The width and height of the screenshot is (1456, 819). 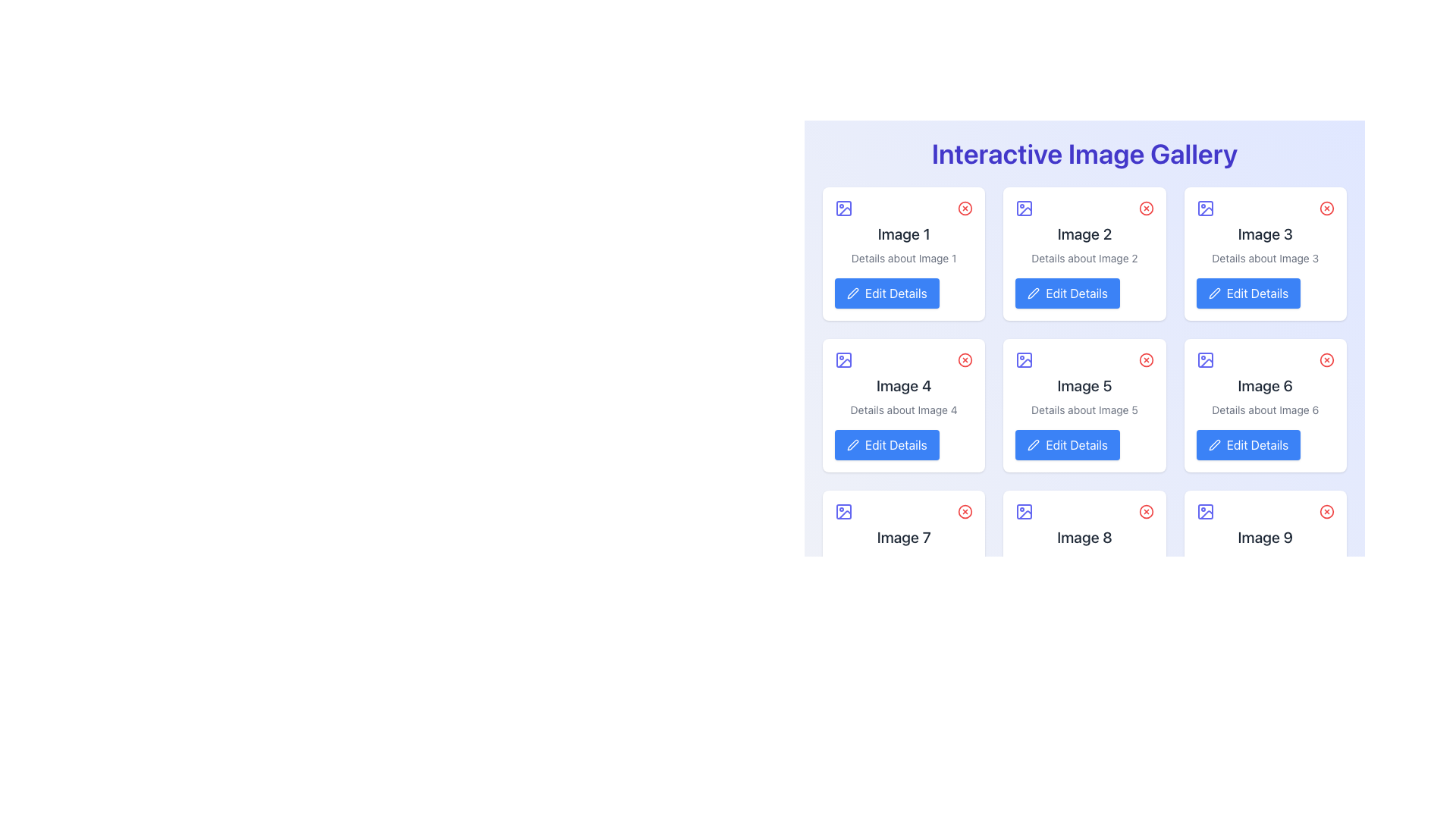 What do you see at coordinates (904, 234) in the screenshot?
I see `static text label displaying 'Image 1' in a bold and large font, which is centrally positioned in the first card of the top row in a grid layout` at bounding box center [904, 234].